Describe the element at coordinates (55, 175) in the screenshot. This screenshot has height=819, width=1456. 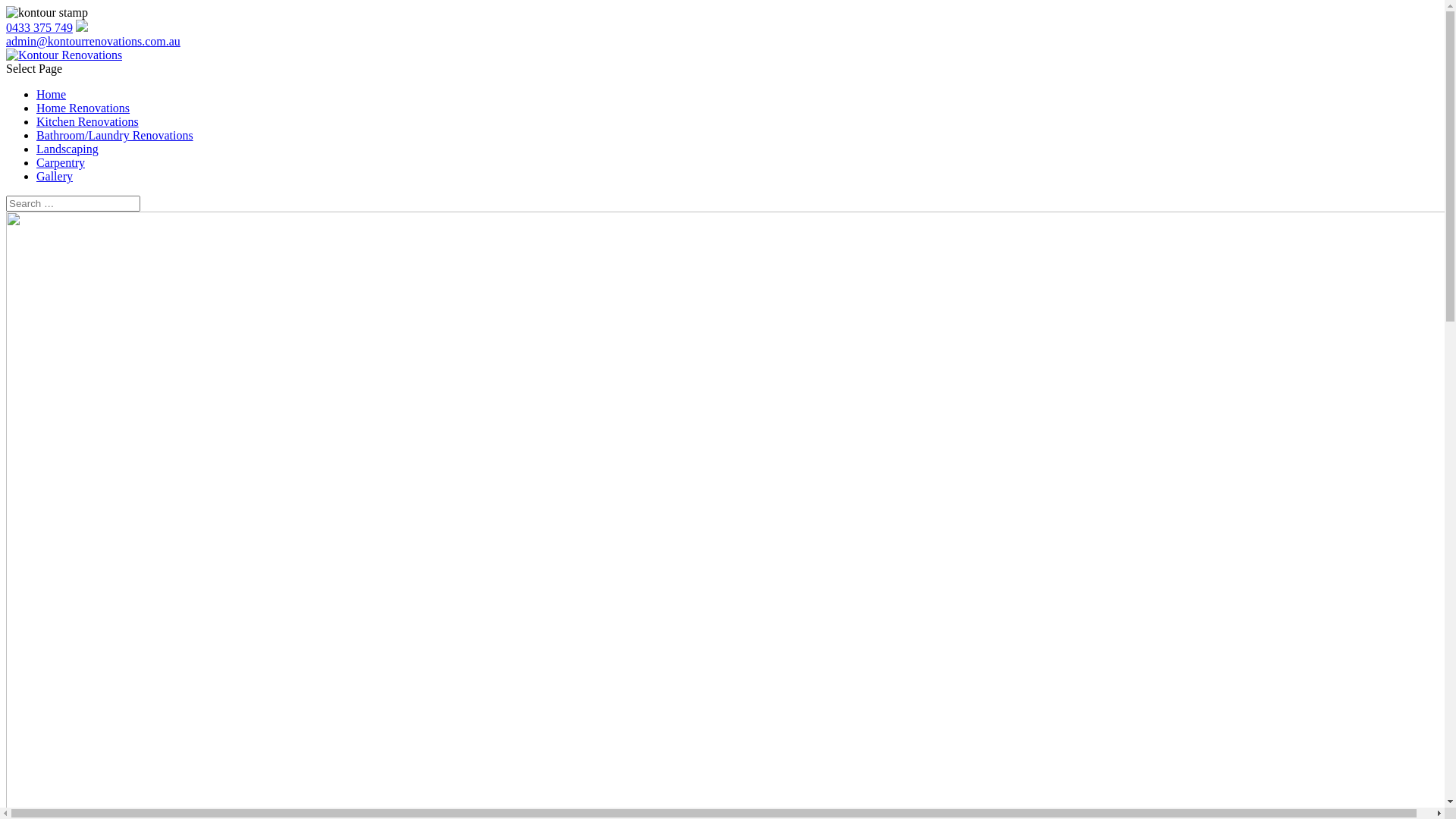
I see `'Gallery'` at that location.